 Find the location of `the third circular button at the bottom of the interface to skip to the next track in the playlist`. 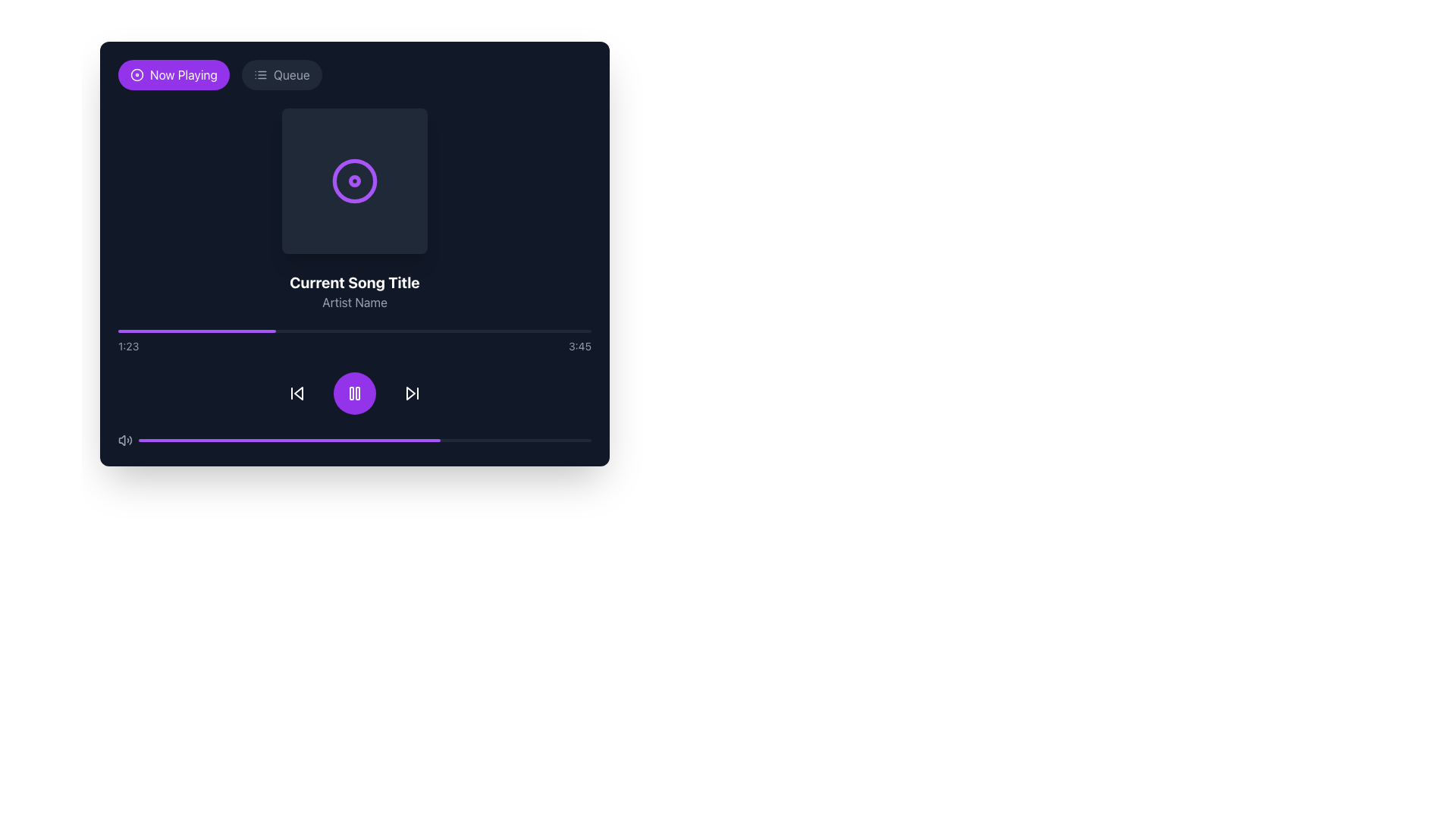

the third circular button at the bottom of the interface to skip to the next track in the playlist is located at coordinates (412, 393).